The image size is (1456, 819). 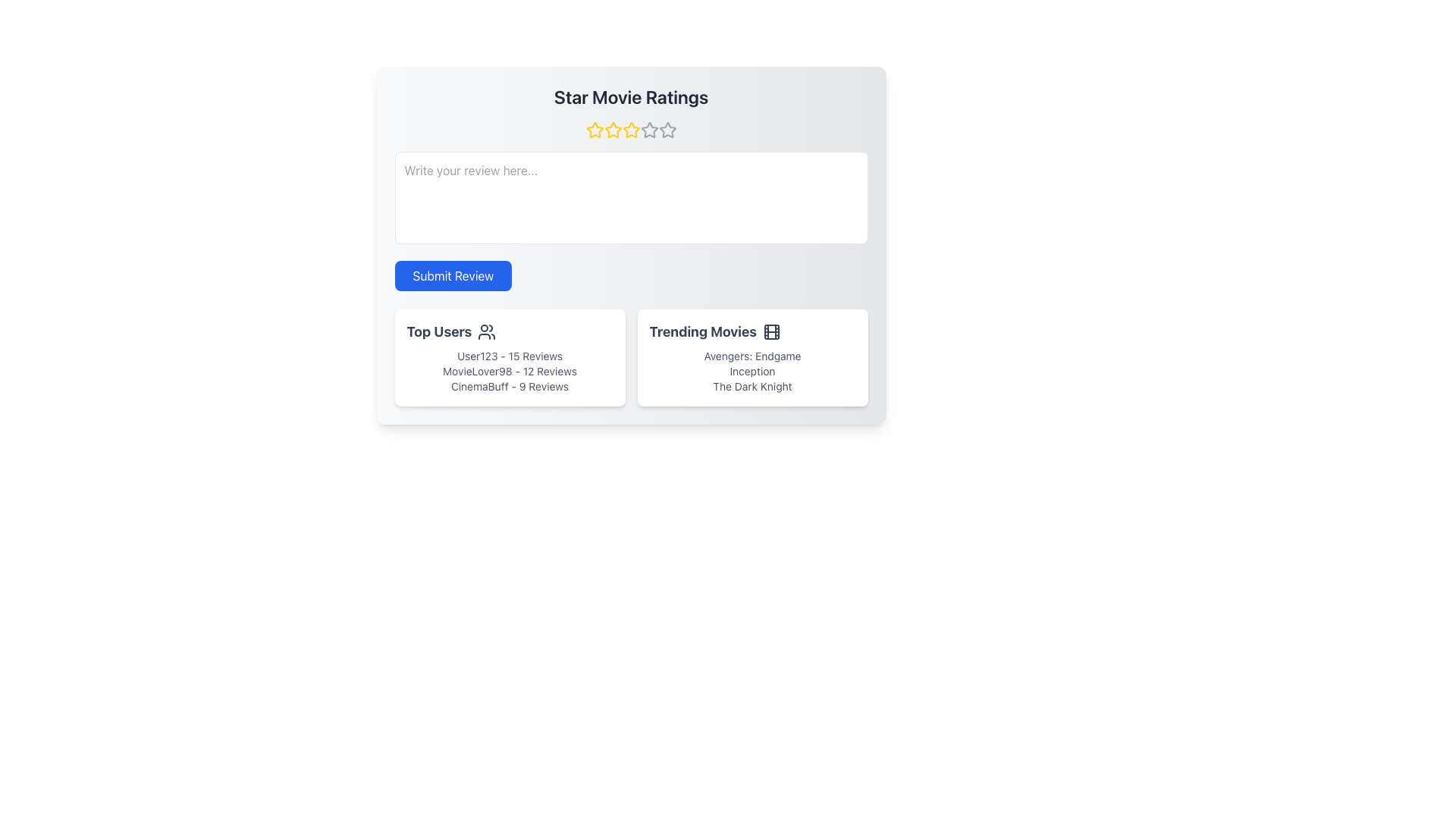 What do you see at coordinates (510, 371) in the screenshot?
I see `text label displaying 'MovieLover98 - 12 Reviews', which is the second item in the user reviews list under 'Top Users'` at bounding box center [510, 371].